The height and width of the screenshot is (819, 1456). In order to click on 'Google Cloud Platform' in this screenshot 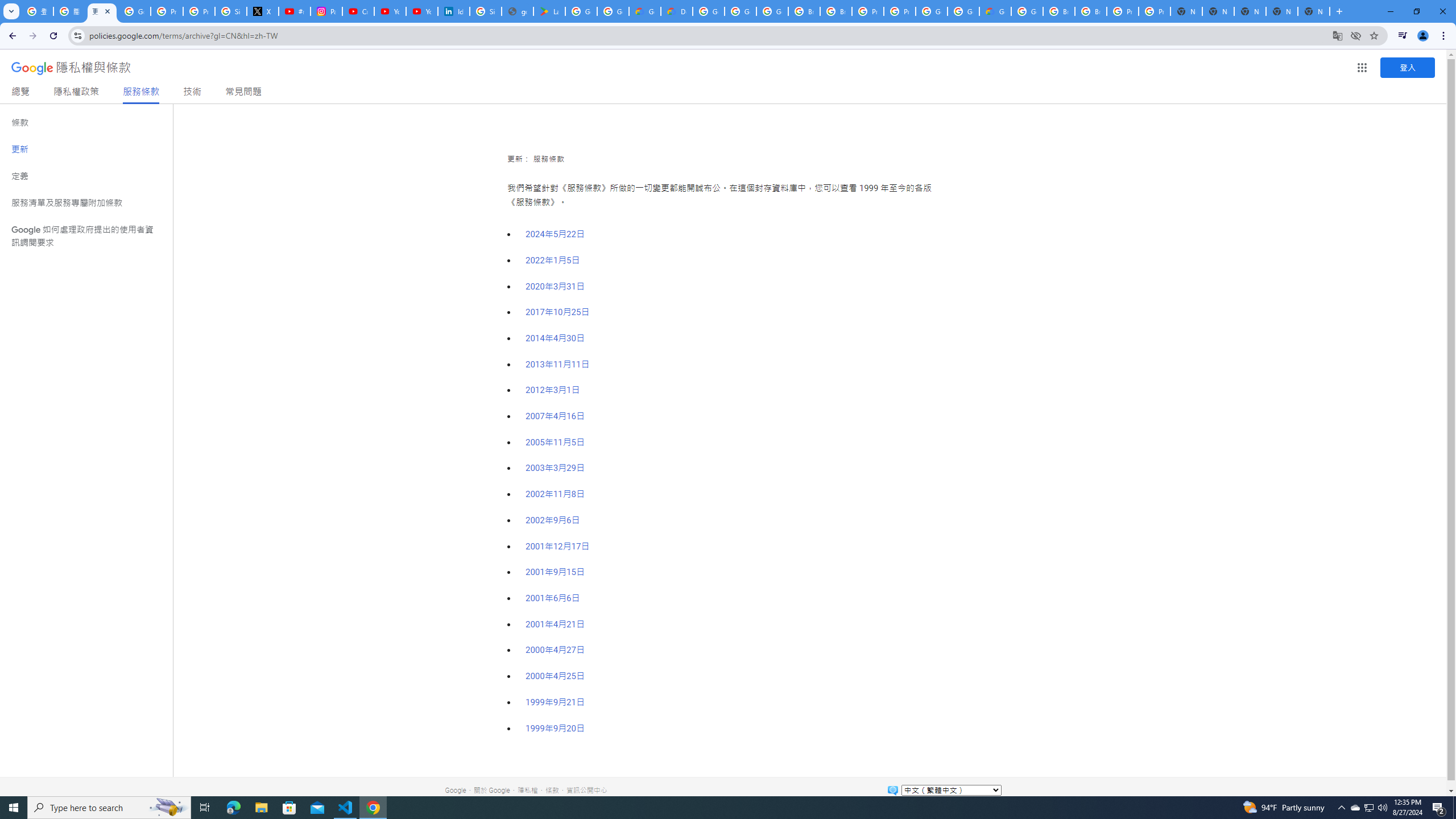, I will do `click(962, 11)`.